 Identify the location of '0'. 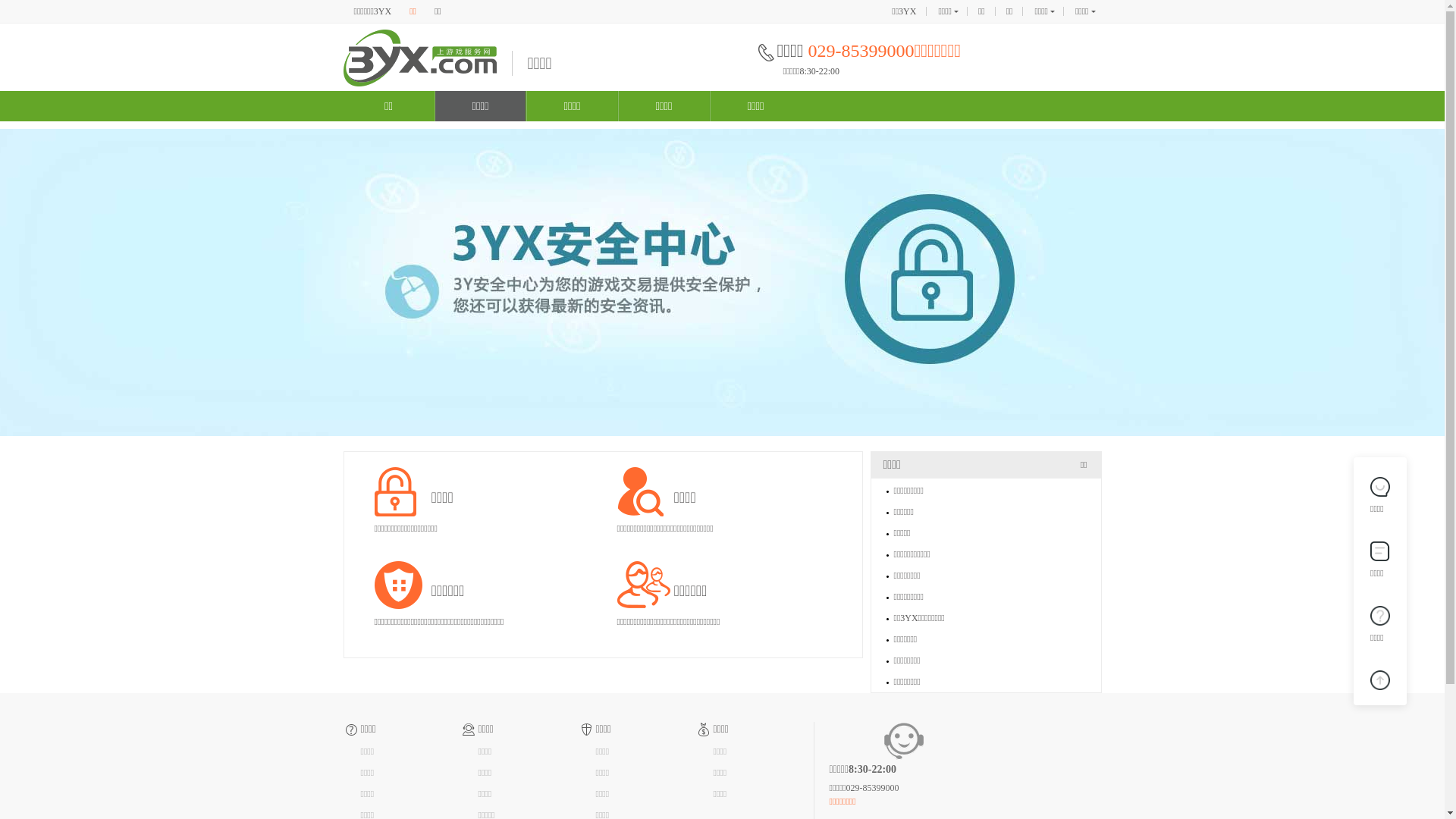
(1379, 677).